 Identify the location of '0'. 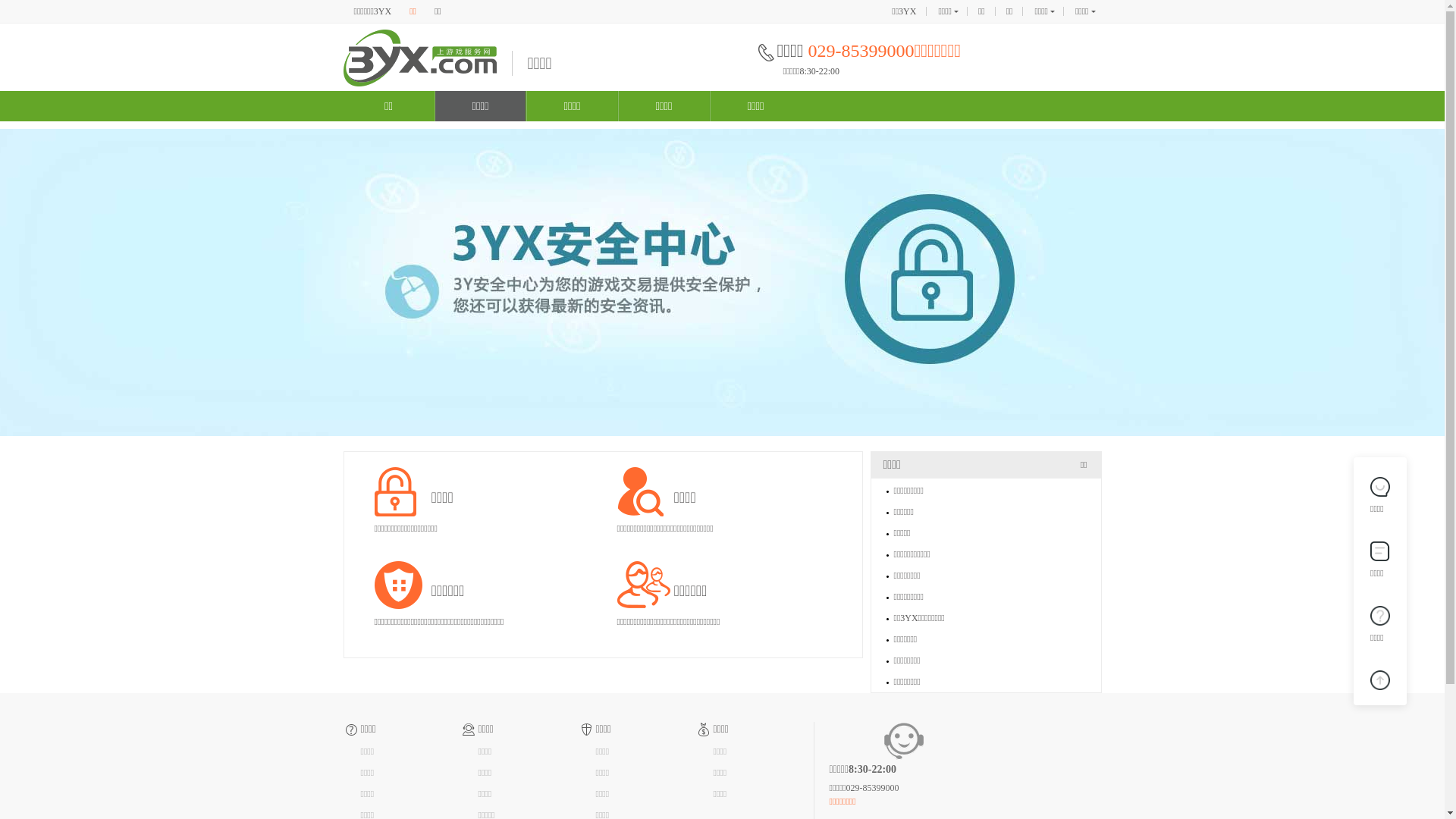
(1379, 677).